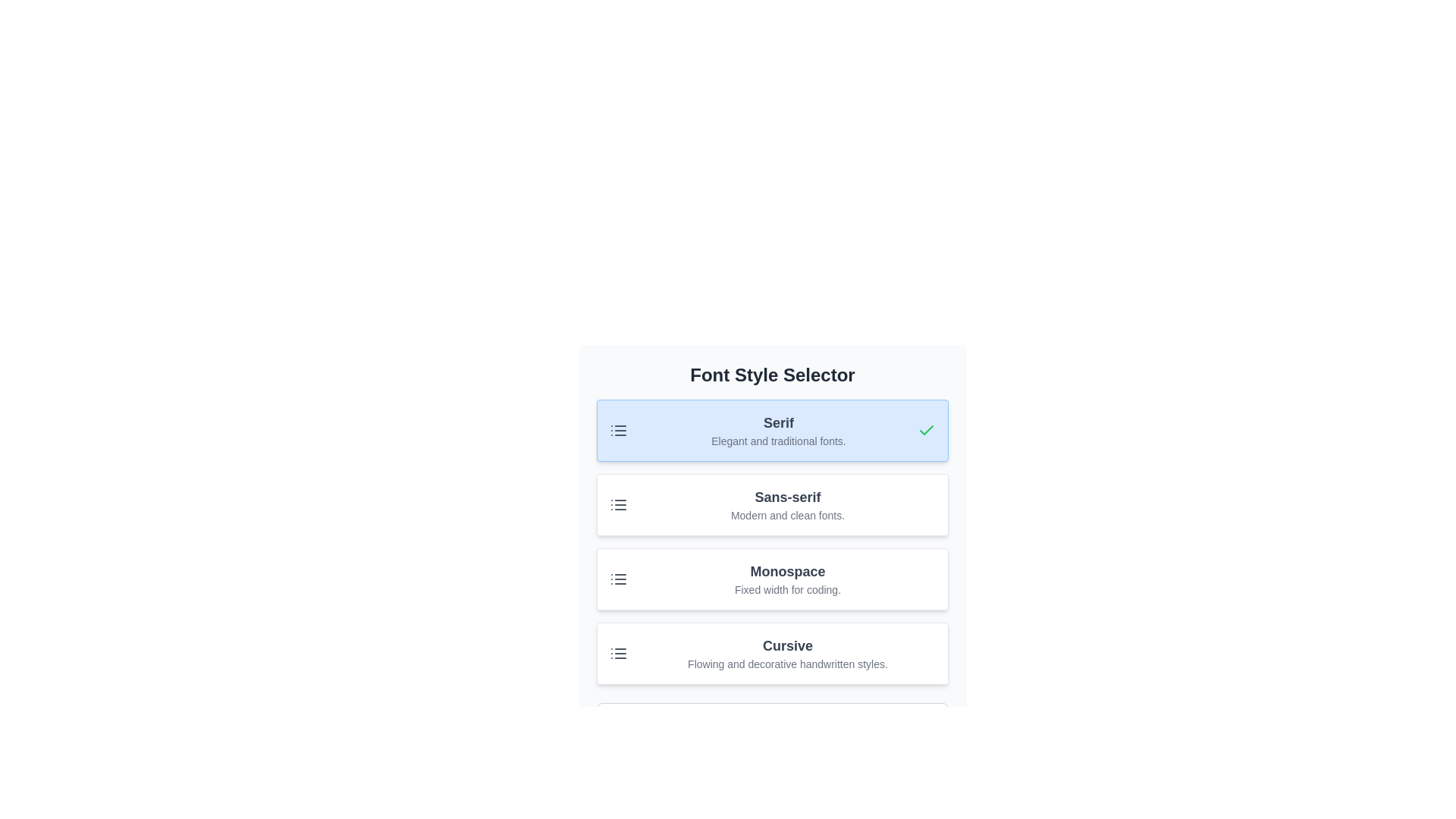  What do you see at coordinates (926, 430) in the screenshot?
I see `the green checkmark icon that indicates confirmation within the font style selection list, specifically aligned with the highlighted 'Serif' option` at bounding box center [926, 430].